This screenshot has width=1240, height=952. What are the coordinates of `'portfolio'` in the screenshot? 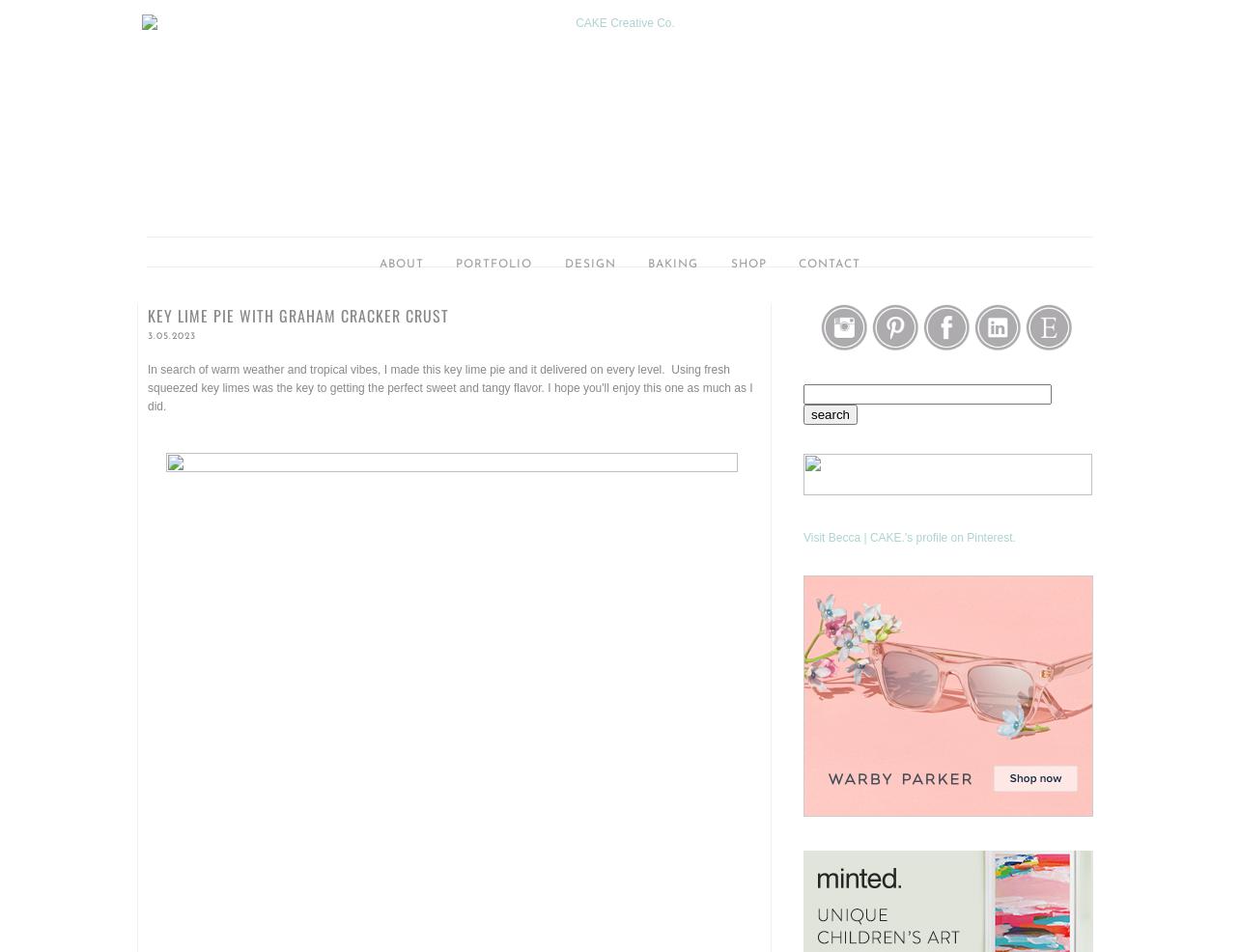 It's located at (493, 265).